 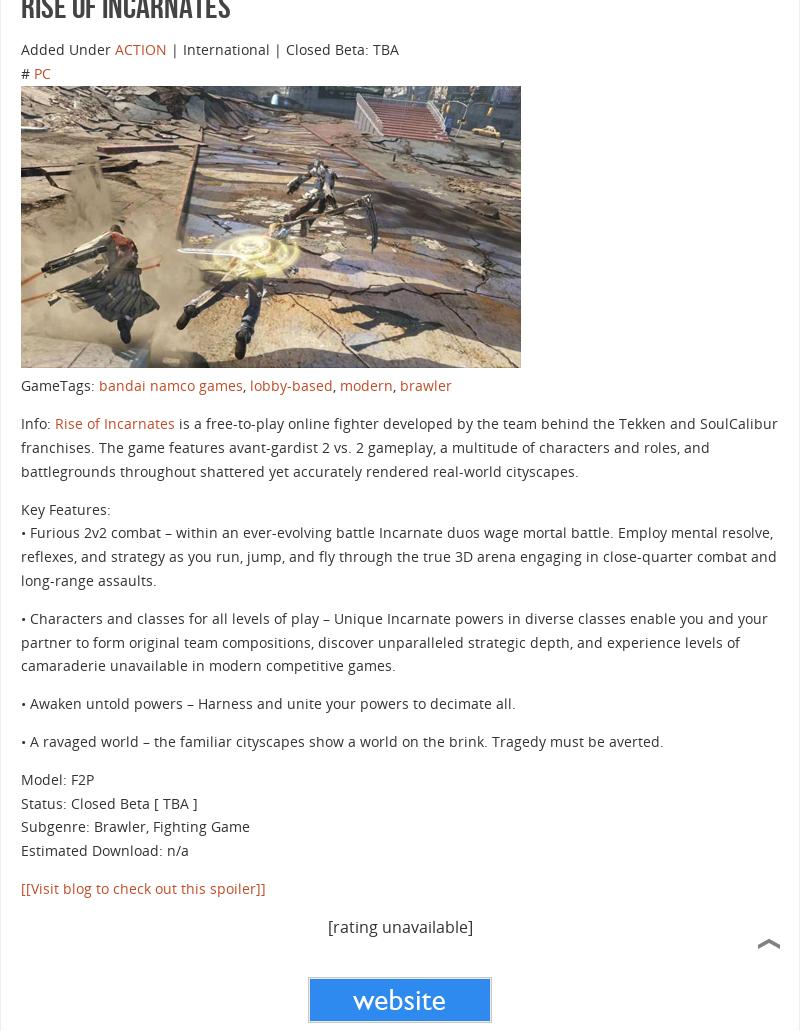 What do you see at coordinates (54, 826) in the screenshot?
I see `'Subgenre:'` at bounding box center [54, 826].